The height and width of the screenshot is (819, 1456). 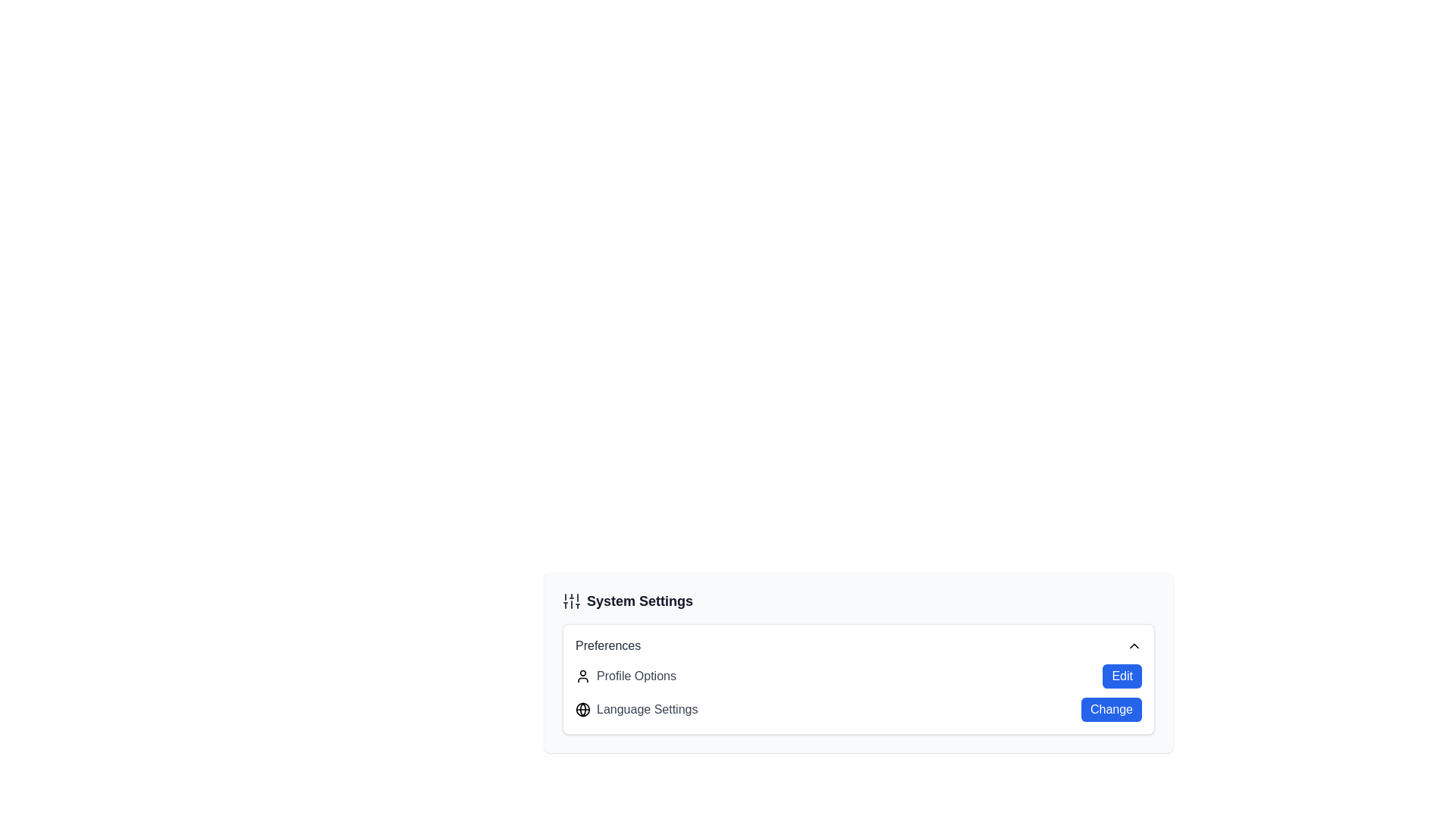 What do you see at coordinates (858, 675) in the screenshot?
I see `the first list item in the 'Preferences' section that allows the user to edit profile settings using the 'Edit' button` at bounding box center [858, 675].